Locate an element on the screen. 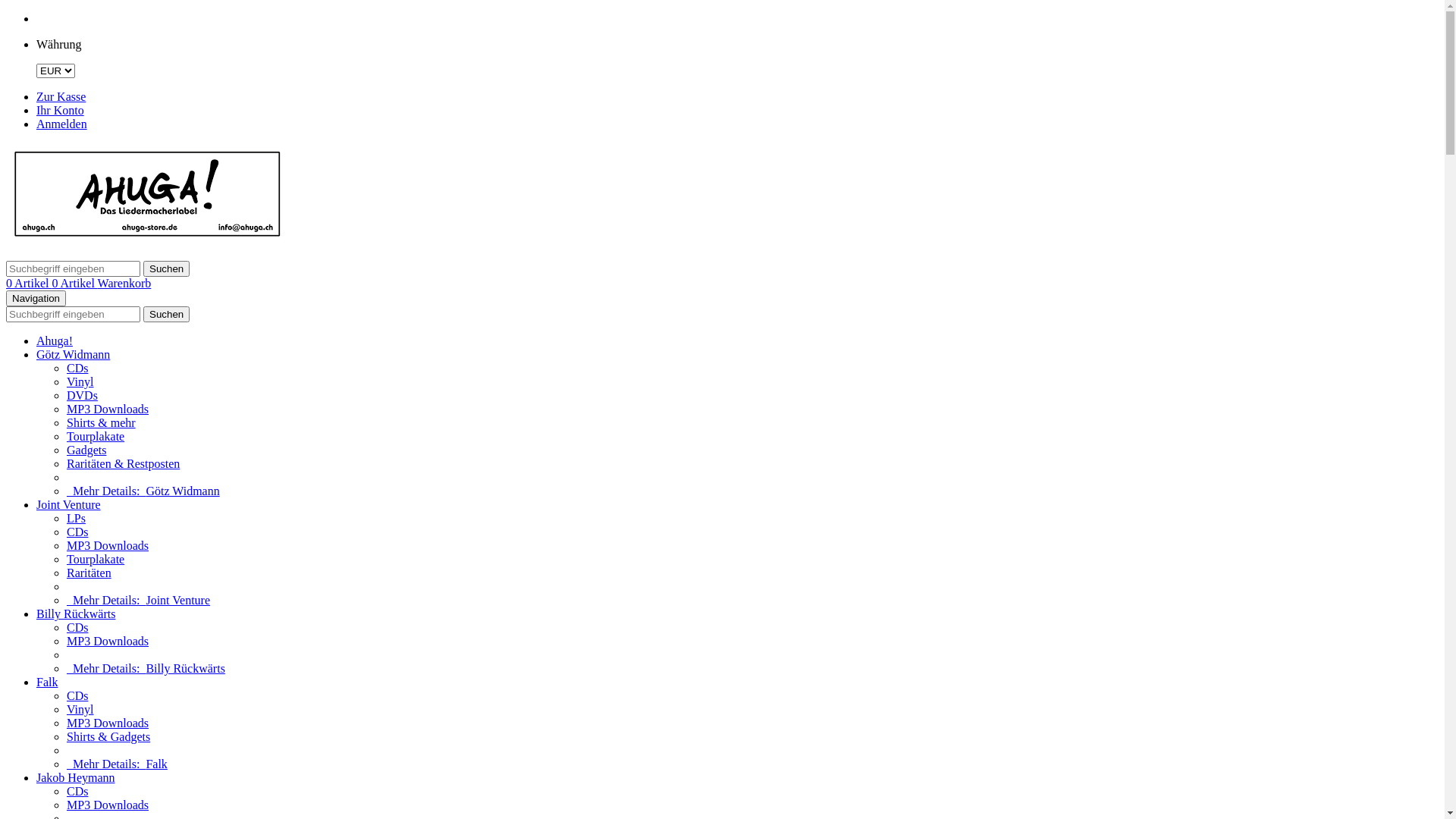  '  Mehr Details:  Joint Venture' is located at coordinates (138, 599).